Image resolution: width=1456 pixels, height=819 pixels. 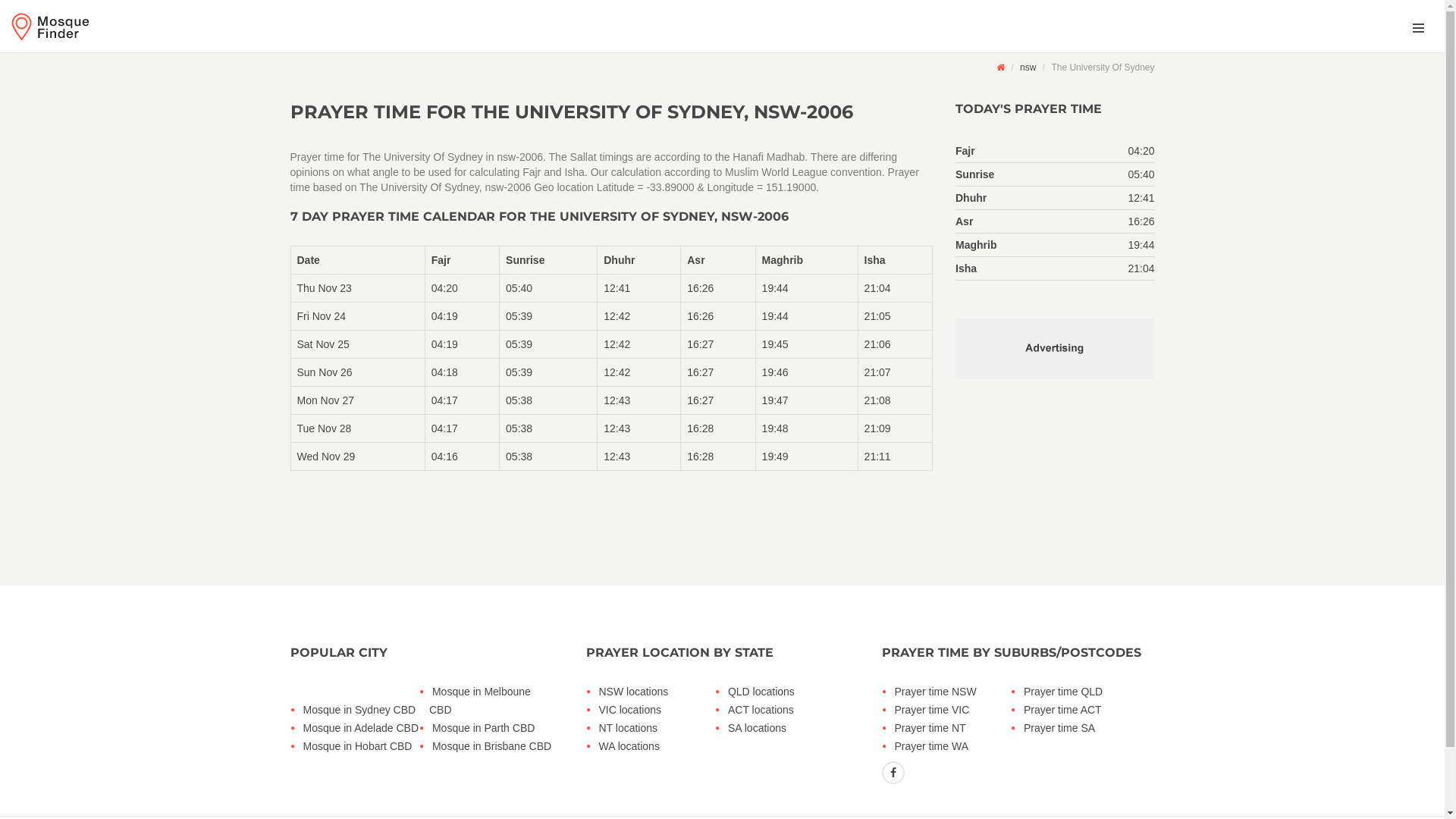 I want to click on 'Mosque in Adelade CBD', so click(x=362, y=727).